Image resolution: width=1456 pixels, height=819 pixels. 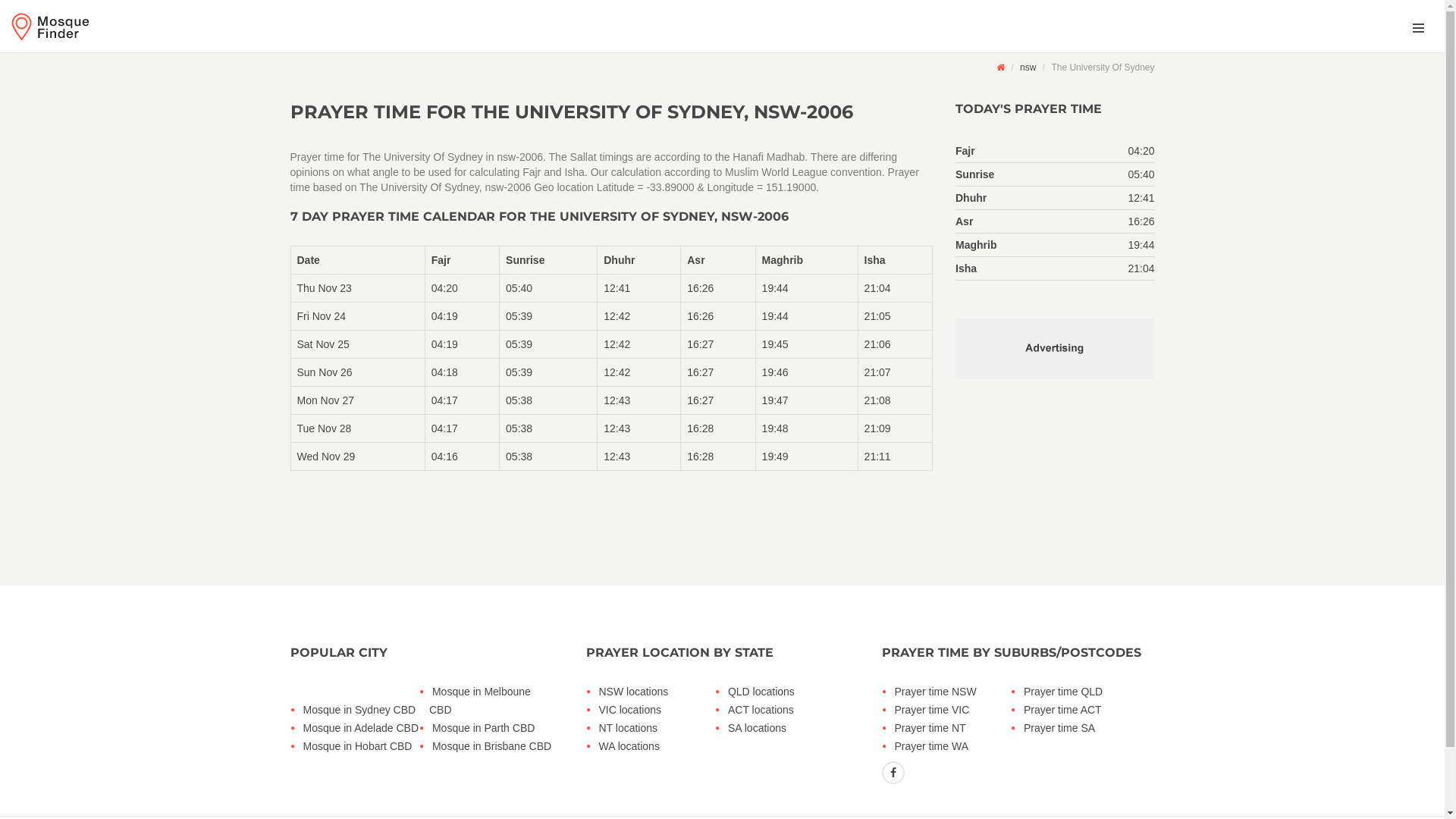 I want to click on 'Mosque in Adelade CBD', so click(x=362, y=727).